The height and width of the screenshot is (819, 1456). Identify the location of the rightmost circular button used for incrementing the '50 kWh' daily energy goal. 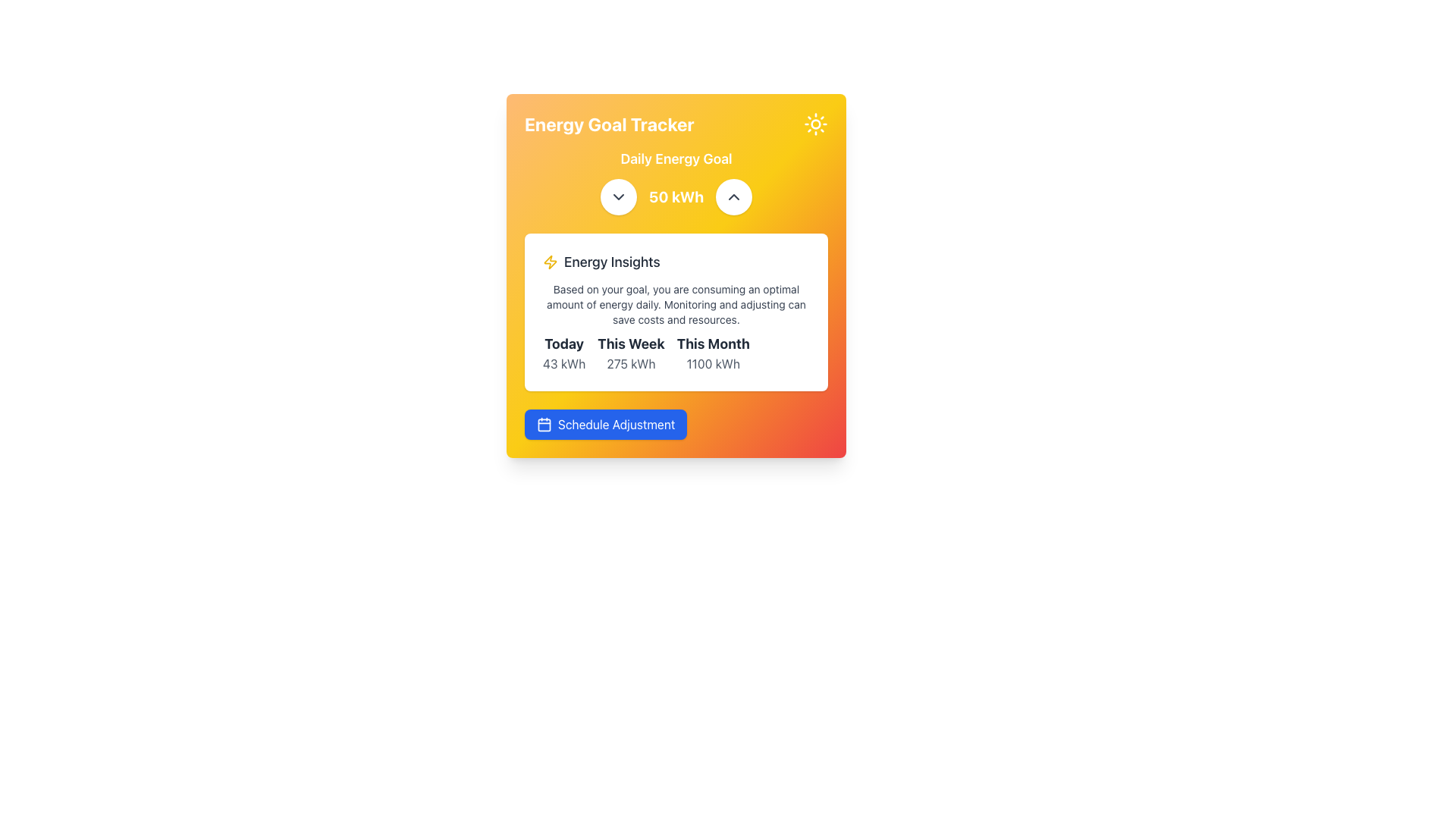
(734, 196).